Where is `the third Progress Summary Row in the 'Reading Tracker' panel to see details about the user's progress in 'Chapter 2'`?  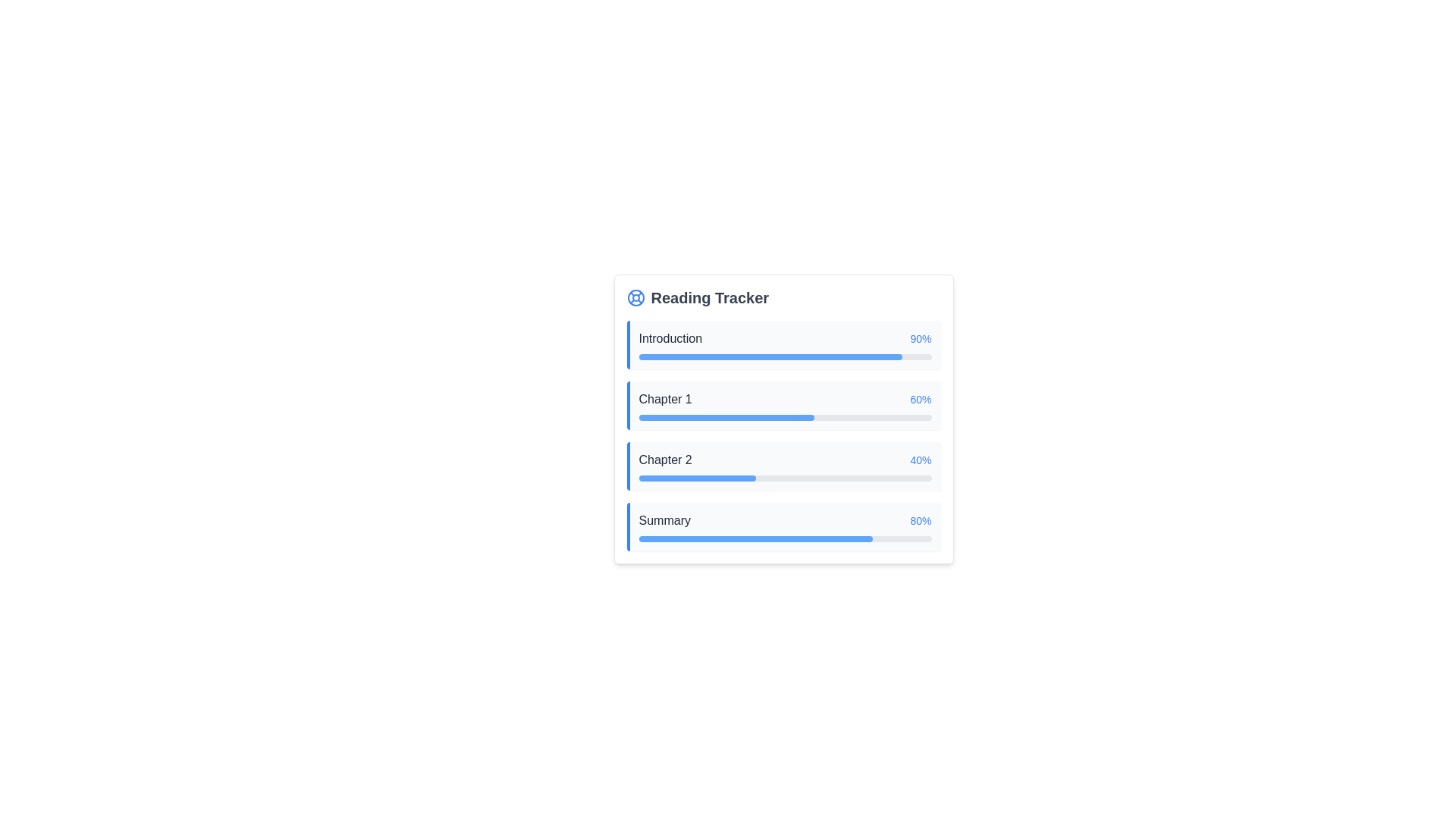
the third Progress Summary Row in the 'Reading Tracker' panel to see details about the user's progress in 'Chapter 2' is located at coordinates (785, 459).